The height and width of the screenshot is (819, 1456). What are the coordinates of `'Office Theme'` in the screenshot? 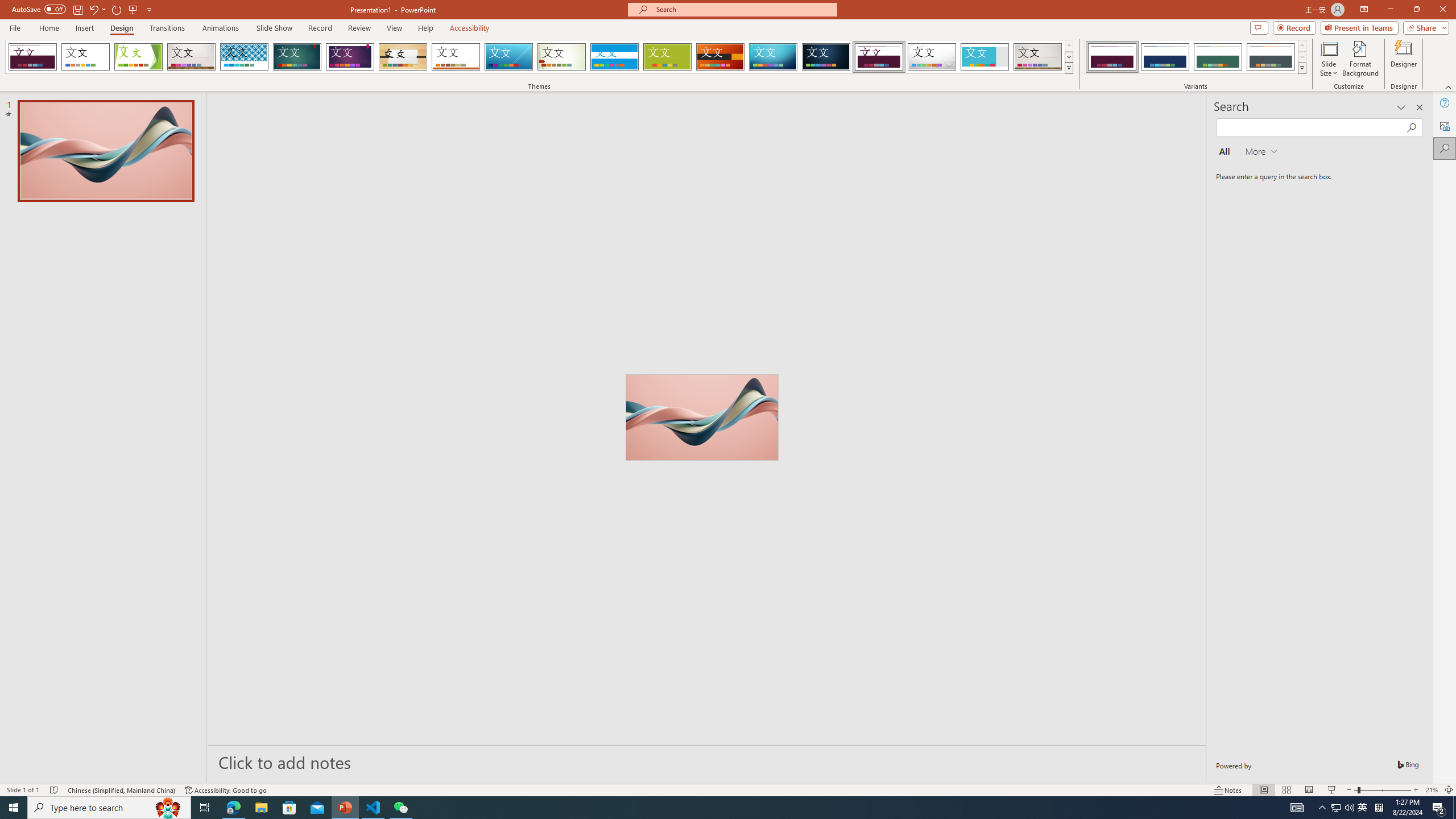 It's located at (85, 56).